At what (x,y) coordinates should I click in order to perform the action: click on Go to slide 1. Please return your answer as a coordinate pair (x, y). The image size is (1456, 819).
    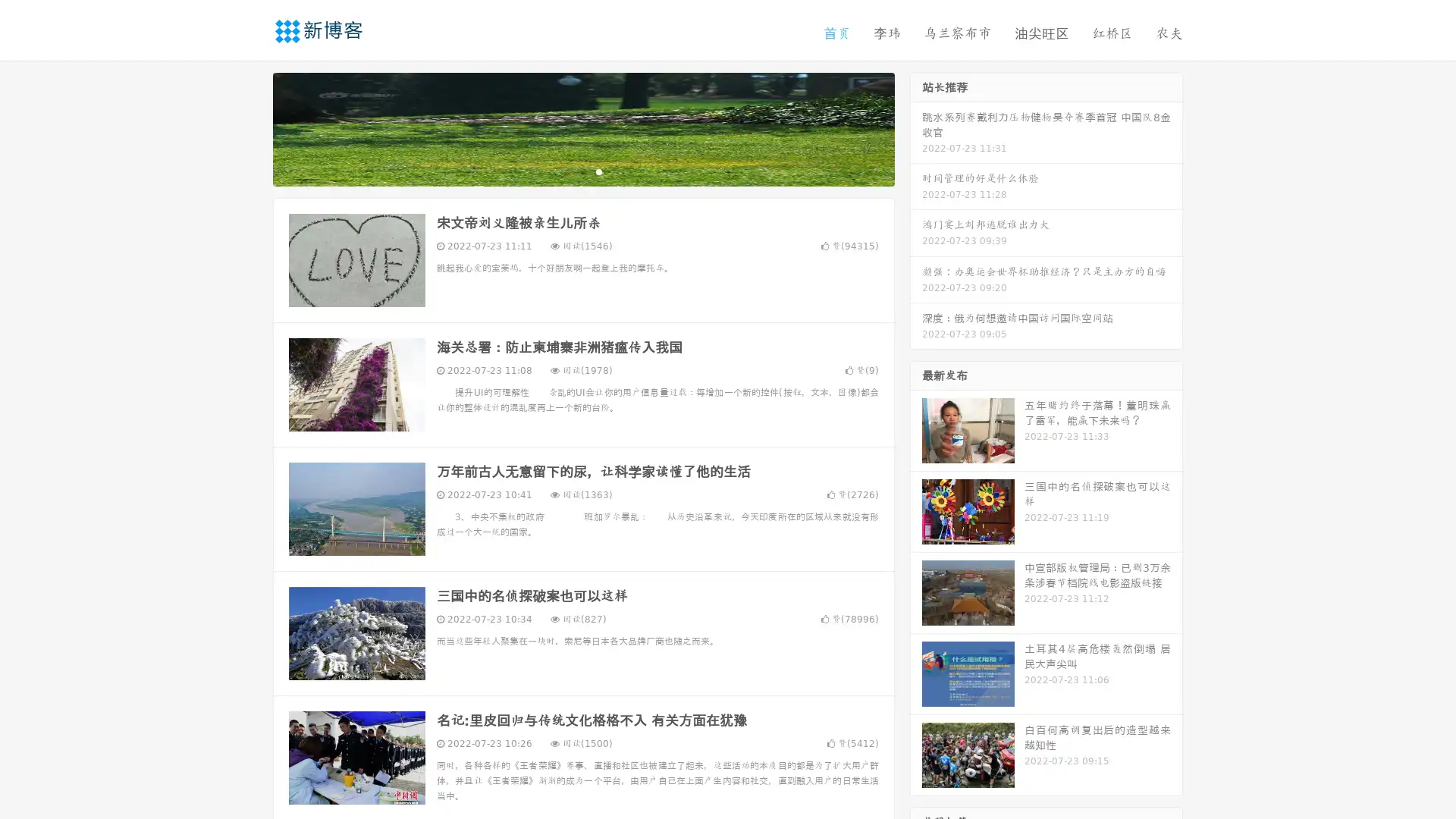
    Looking at the image, I should click on (567, 171).